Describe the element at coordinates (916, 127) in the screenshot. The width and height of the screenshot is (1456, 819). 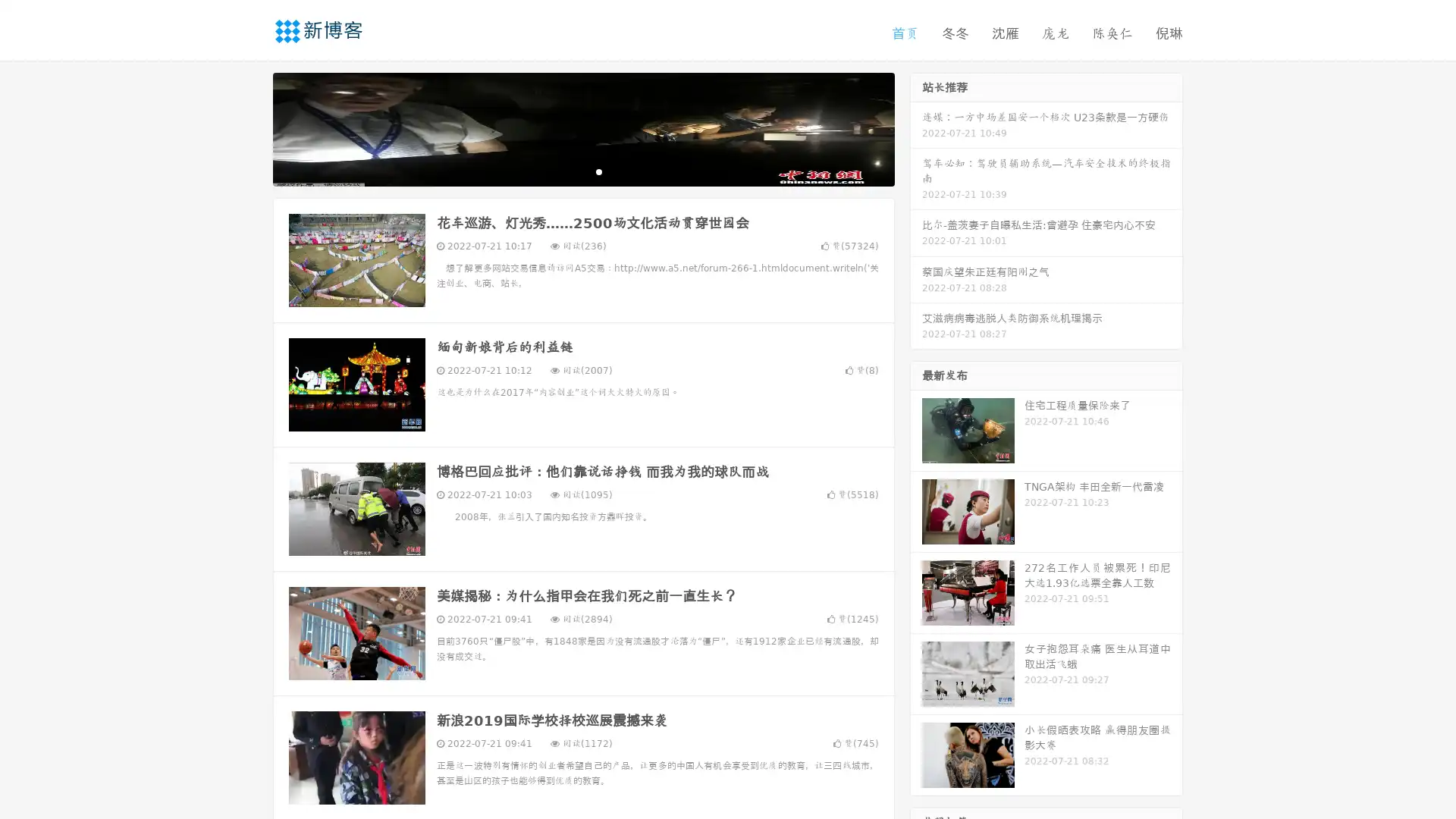
I see `Next slide` at that location.